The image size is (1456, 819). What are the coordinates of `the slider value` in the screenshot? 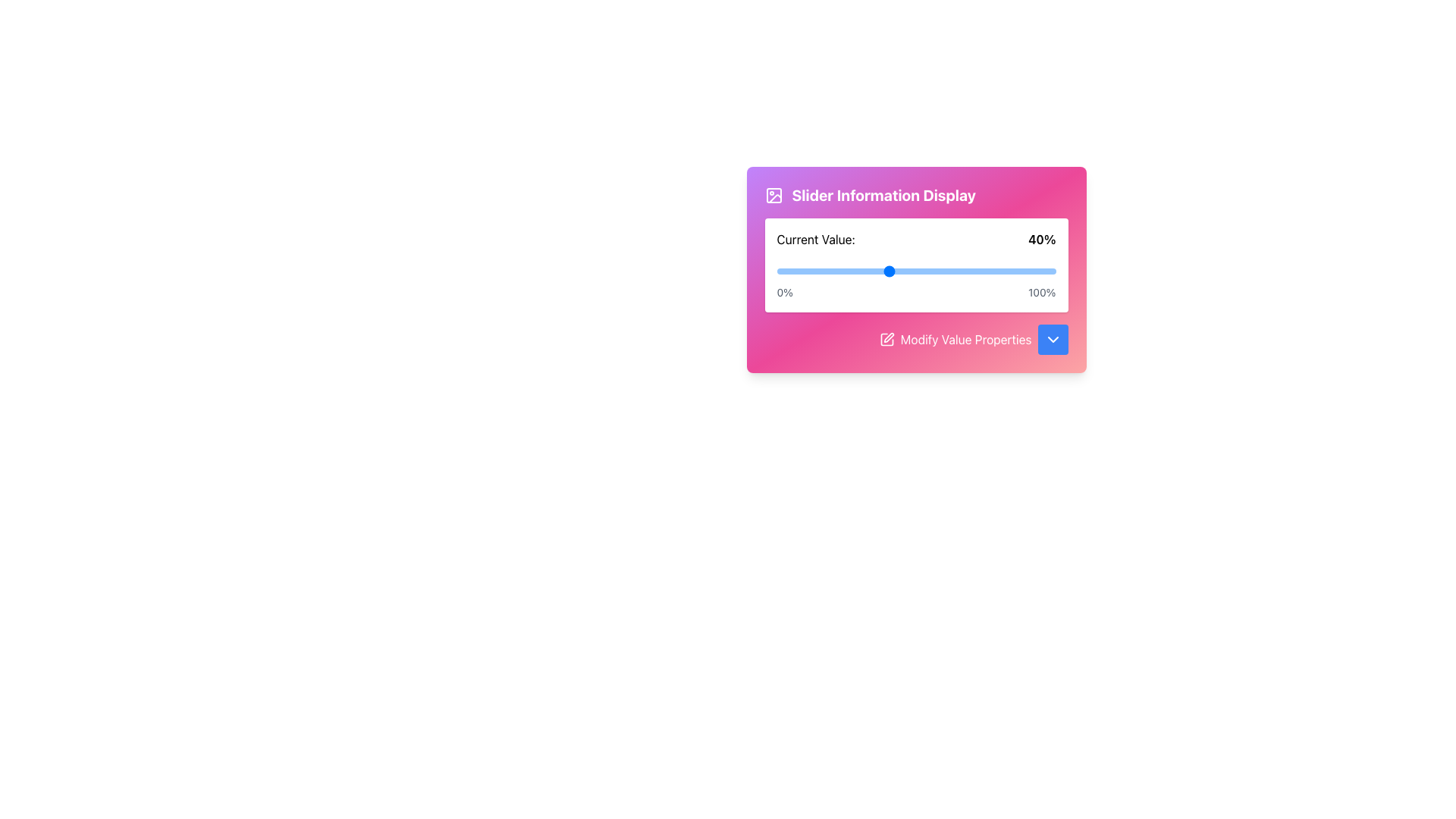 It's located at (807, 271).